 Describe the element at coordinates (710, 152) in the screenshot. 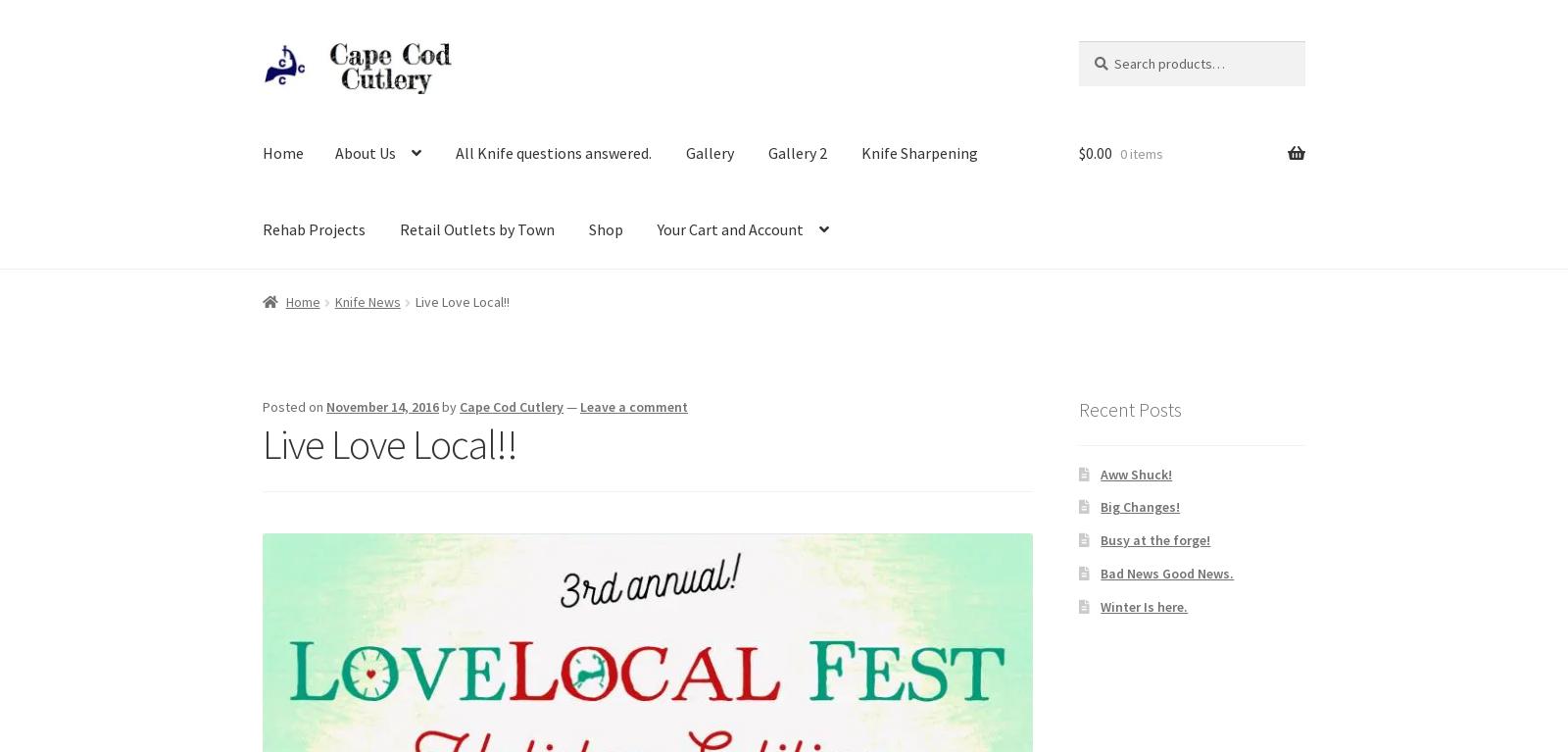

I see `'Gallery'` at that location.